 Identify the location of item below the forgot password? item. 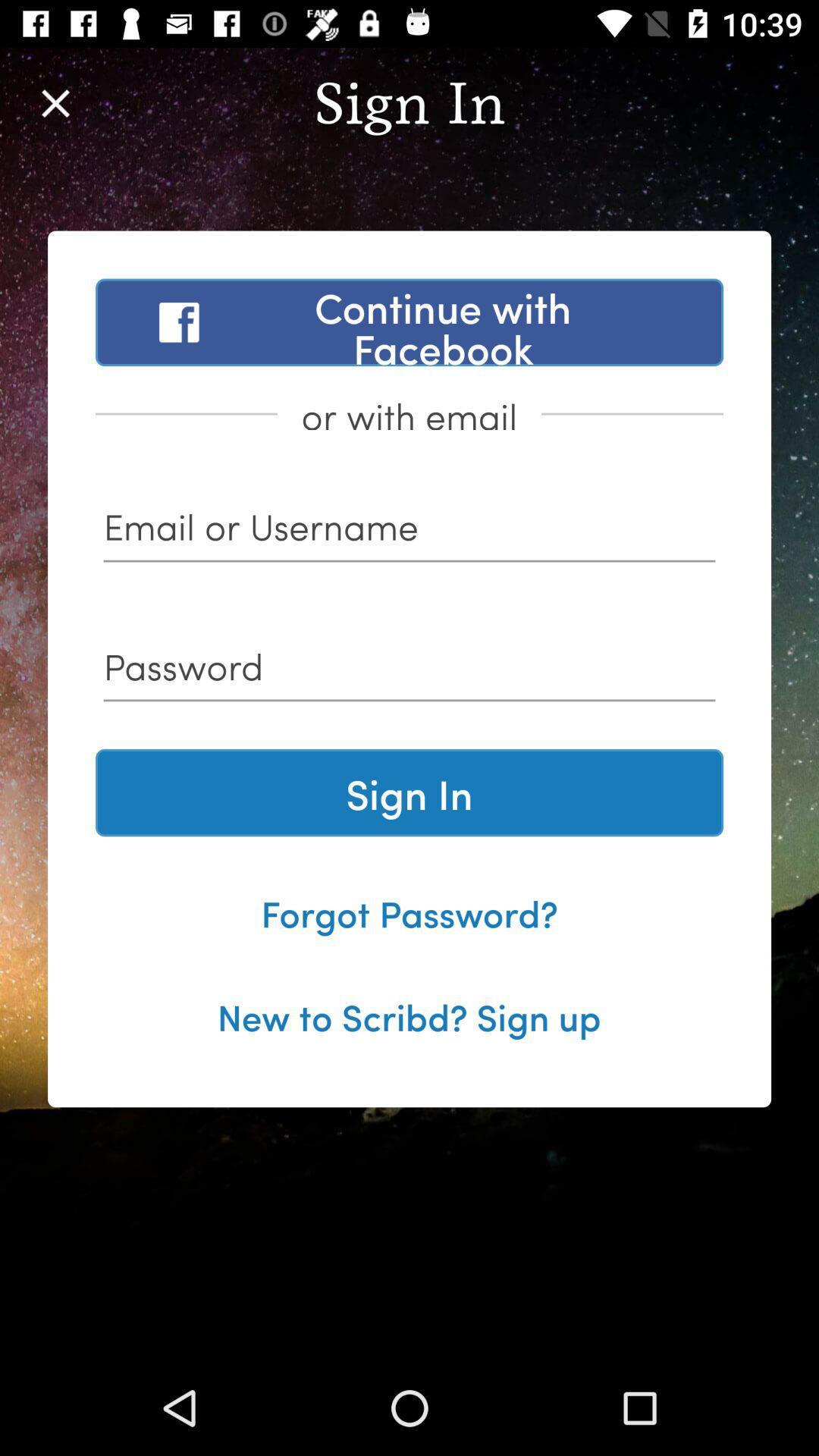
(408, 1015).